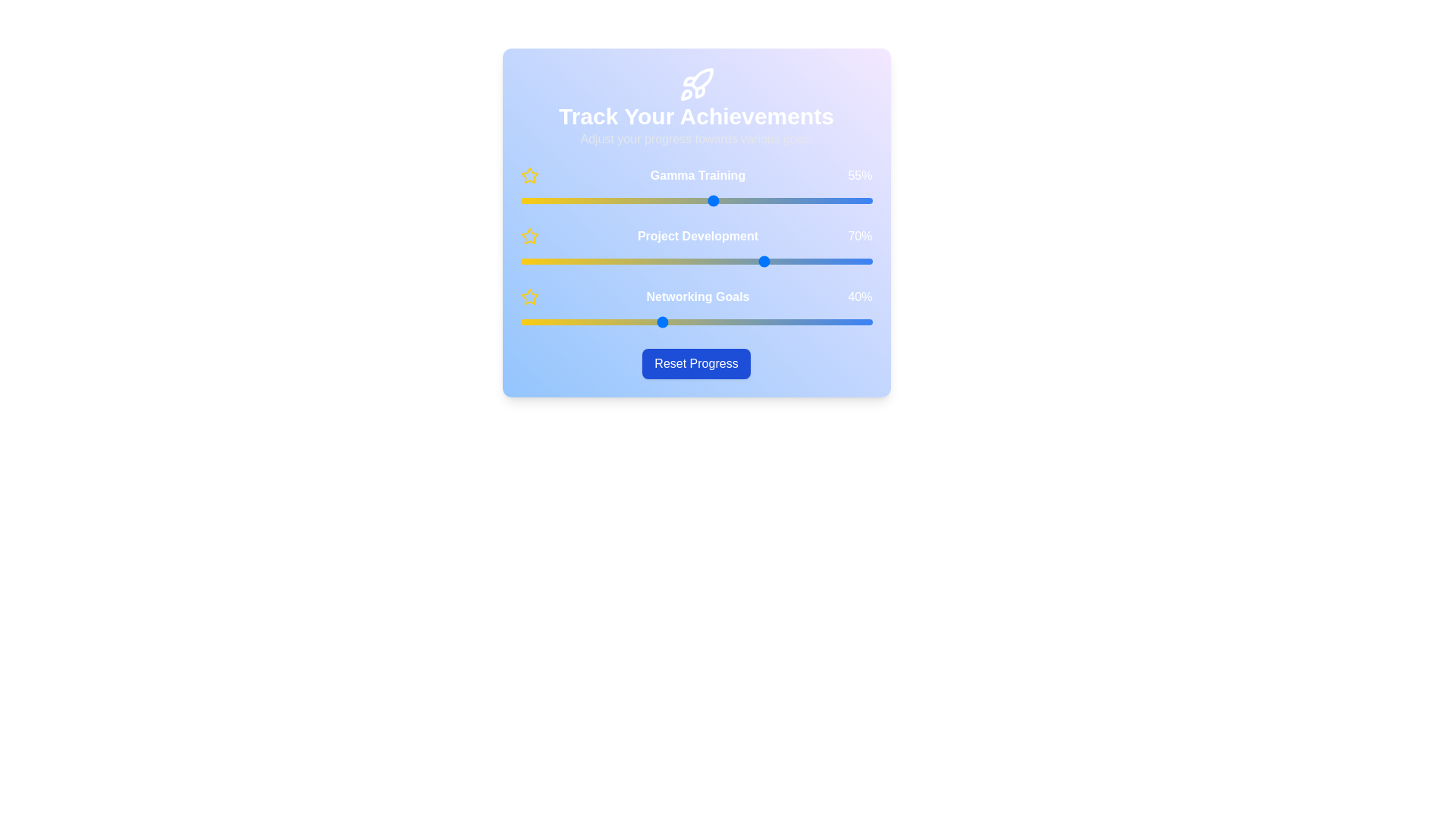 This screenshot has width=1456, height=819. What do you see at coordinates (695, 84) in the screenshot?
I see `the decorative rocket icon in the header` at bounding box center [695, 84].